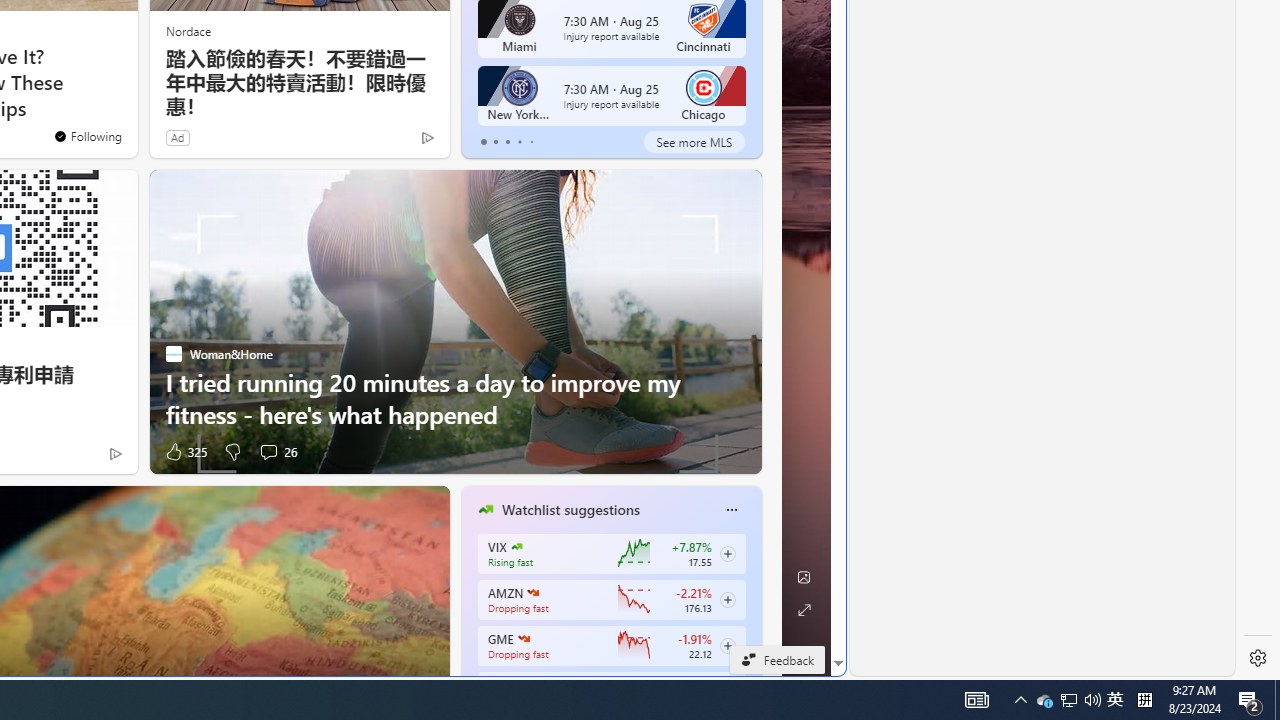 Image resolution: width=1280 pixels, height=720 pixels. Describe the element at coordinates (730, 508) in the screenshot. I see `'Class: icon-img'` at that location.